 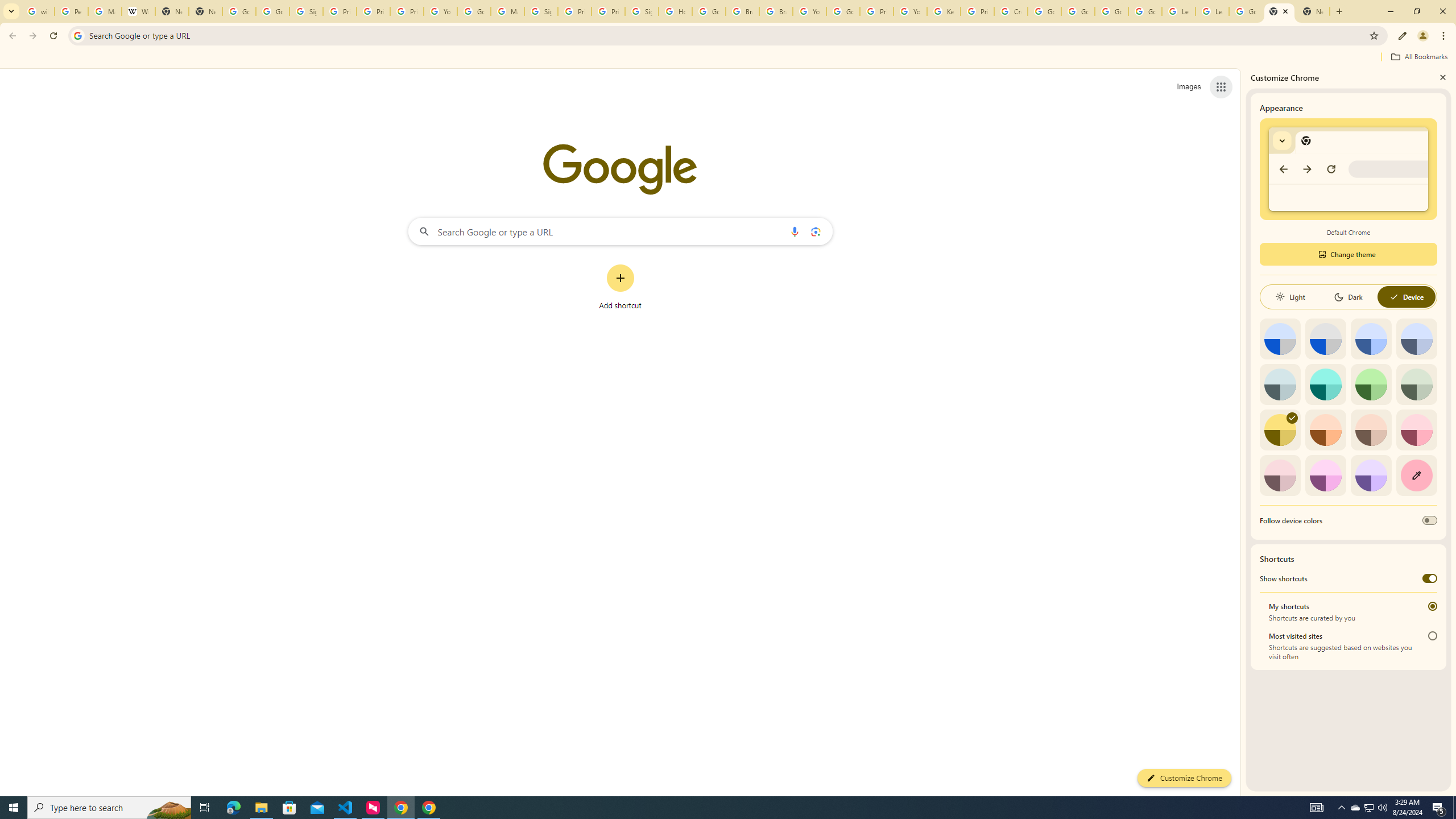 I want to click on 'Fuchsia', so click(x=1325, y=475).